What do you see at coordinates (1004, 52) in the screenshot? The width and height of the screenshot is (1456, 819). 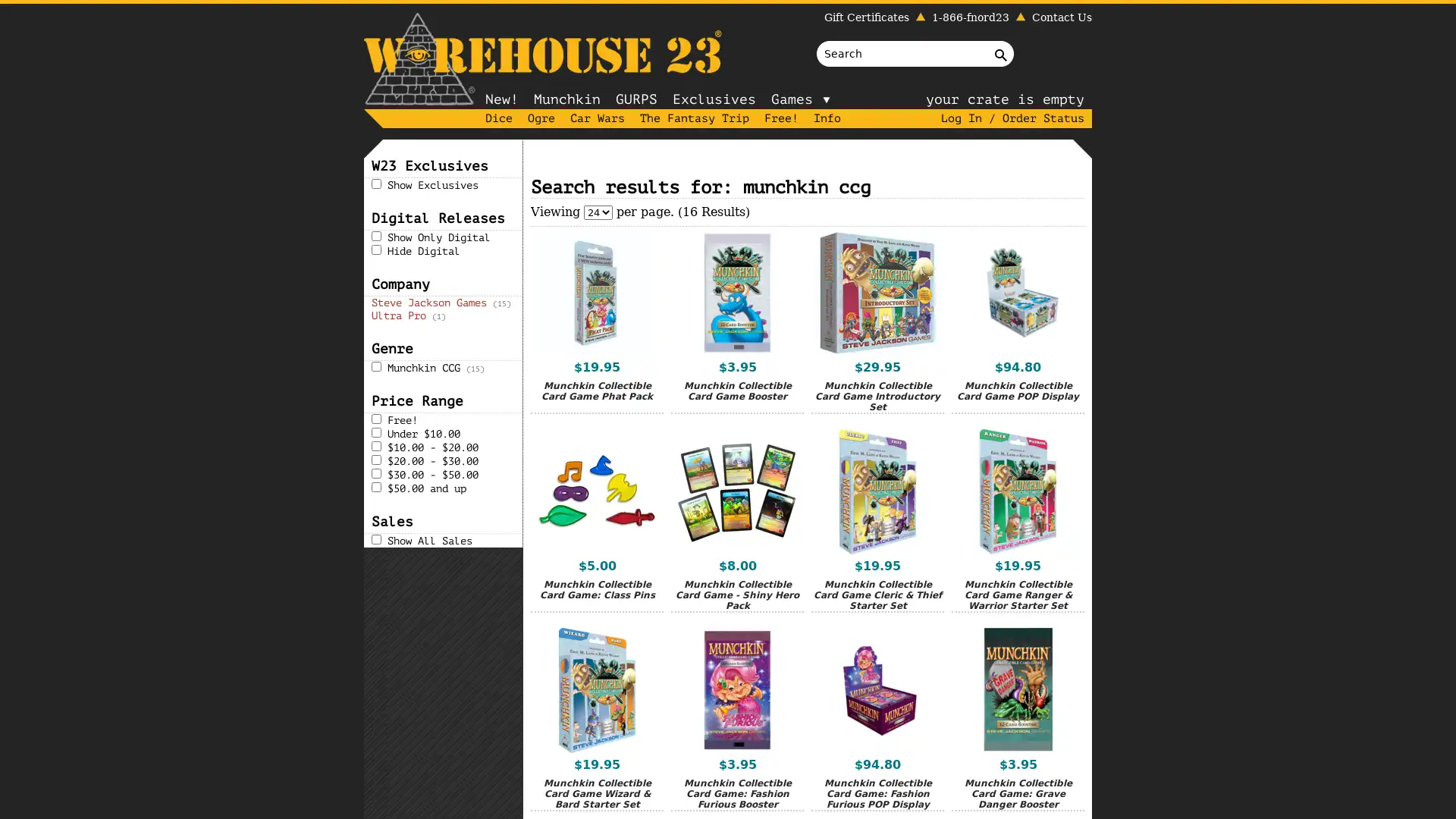 I see `Search` at bounding box center [1004, 52].